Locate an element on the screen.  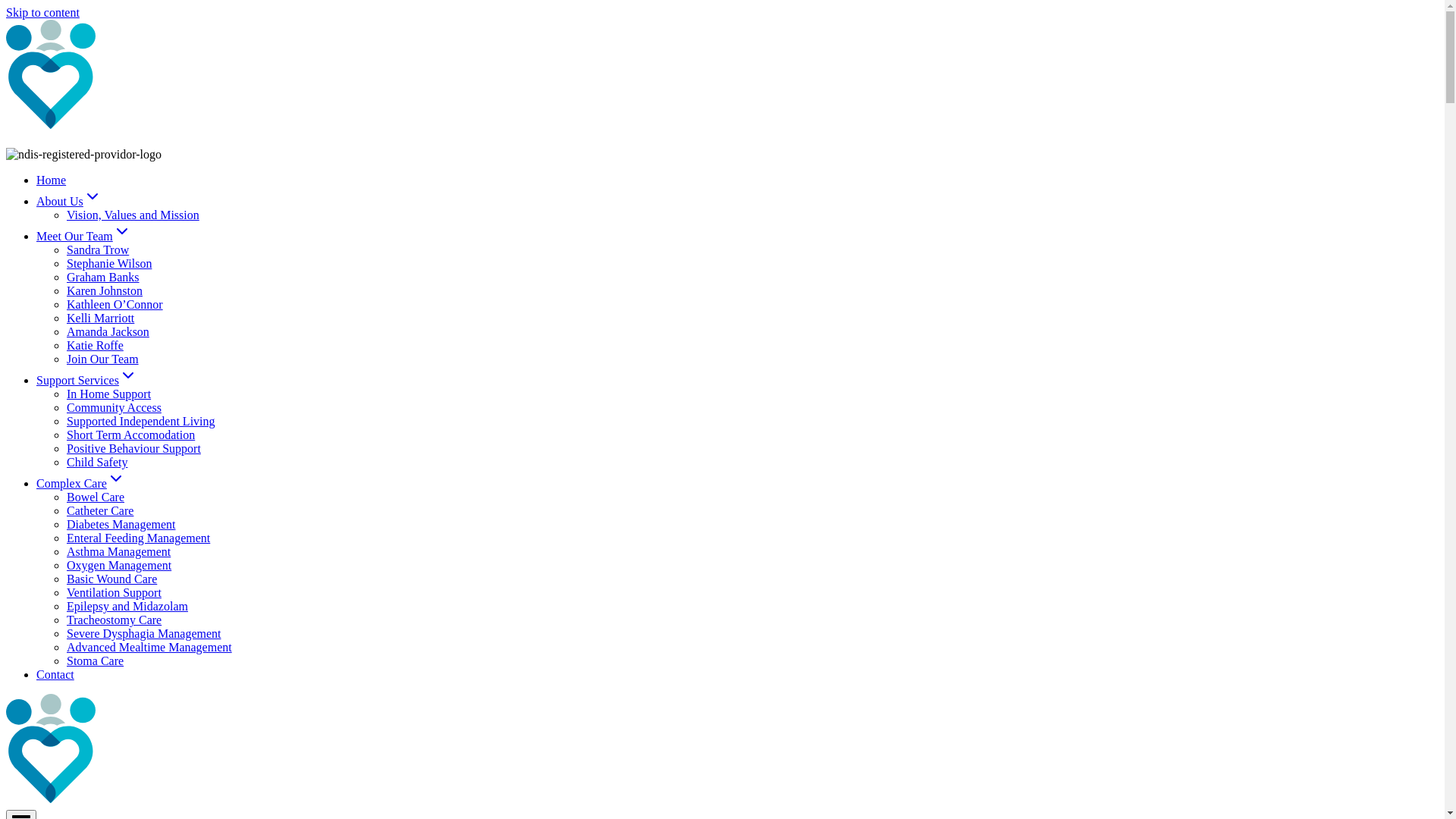
'Stephanie Wilson' is located at coordinates (108, 262).